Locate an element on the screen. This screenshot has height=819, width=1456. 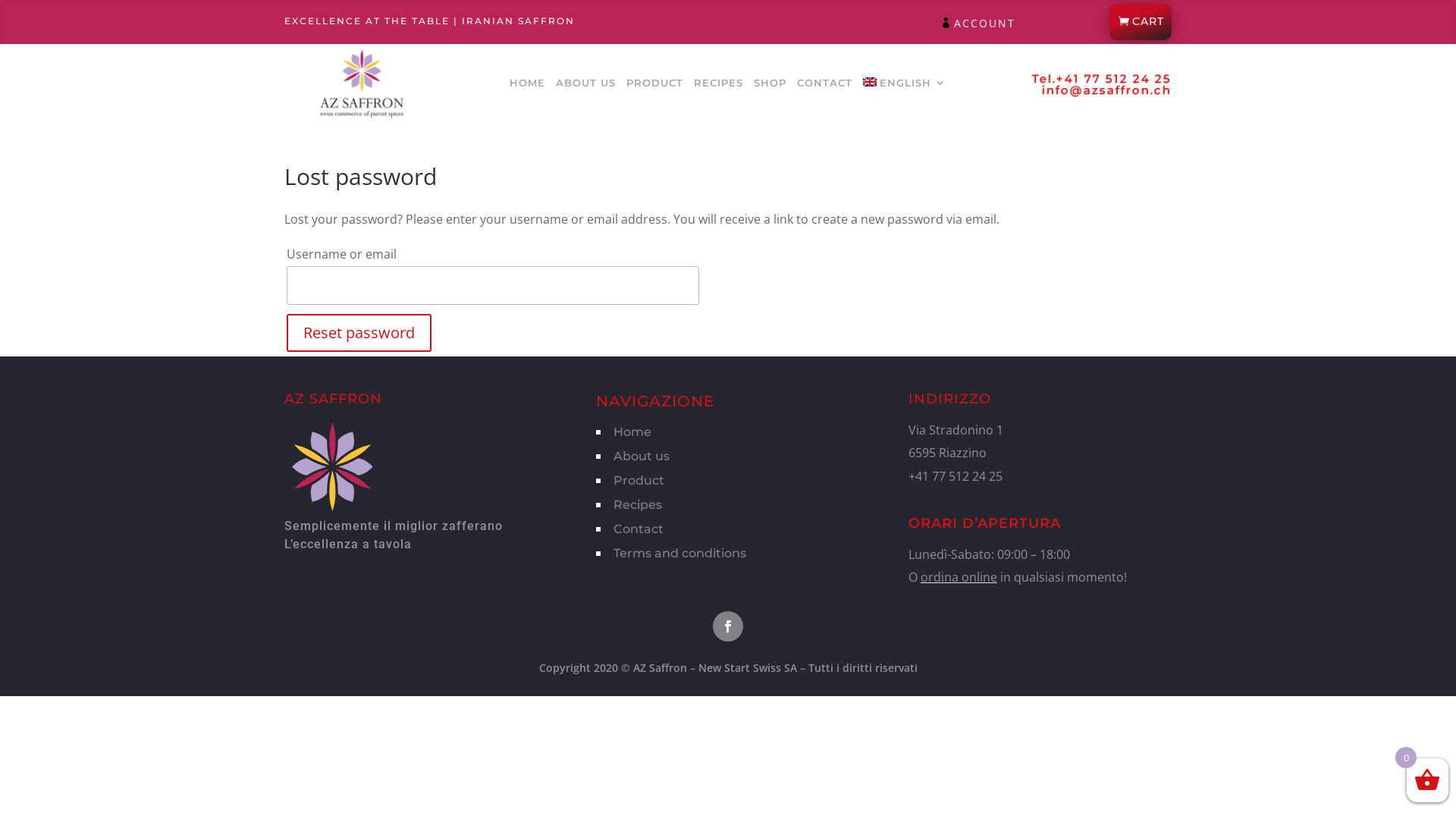
'CONTACT' is located at coordinates (796, 85).